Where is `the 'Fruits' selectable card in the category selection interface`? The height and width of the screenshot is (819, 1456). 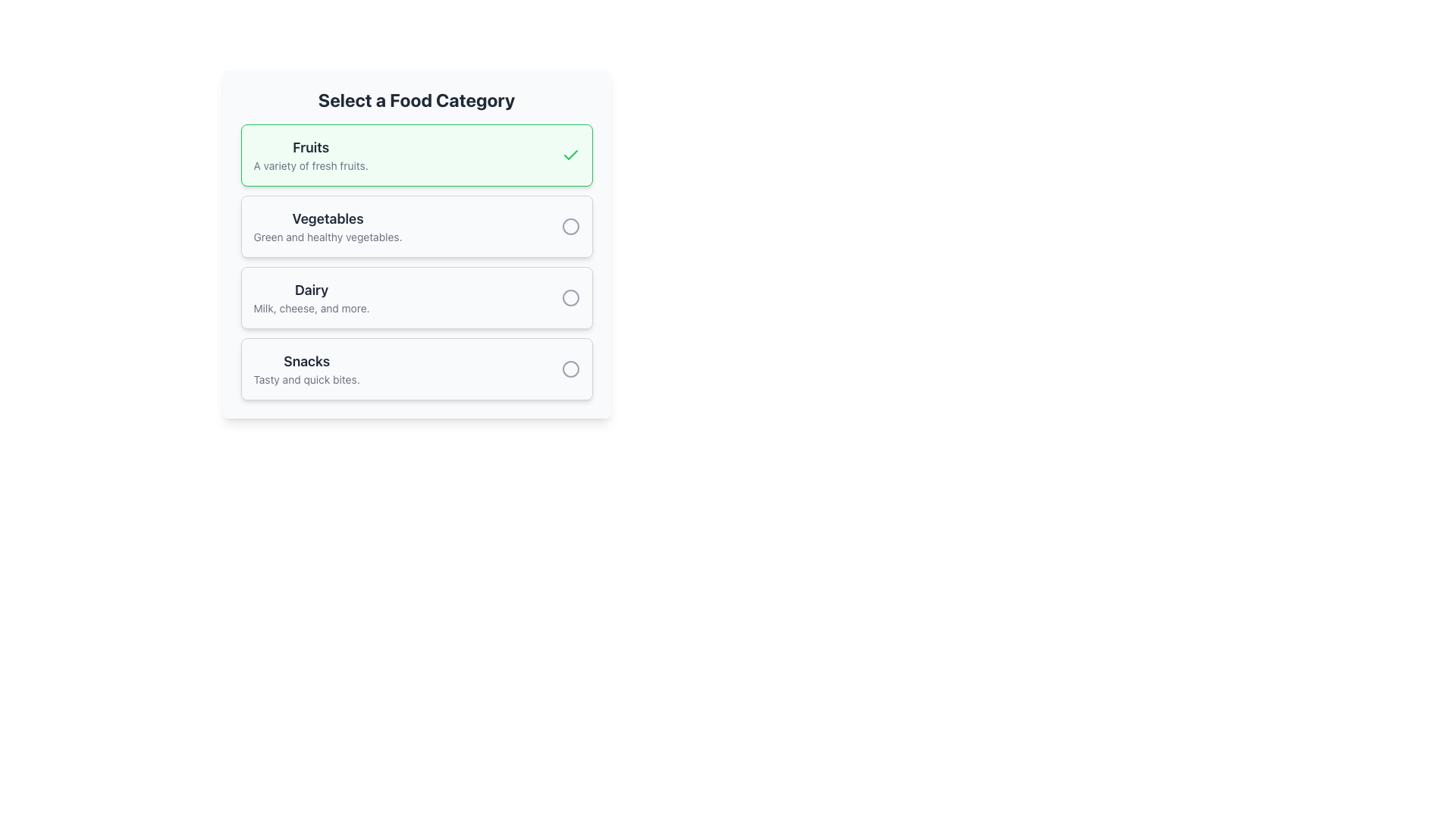 the 'Fruits' selectable card in the category selection interface is located at coordinates (416, 155).